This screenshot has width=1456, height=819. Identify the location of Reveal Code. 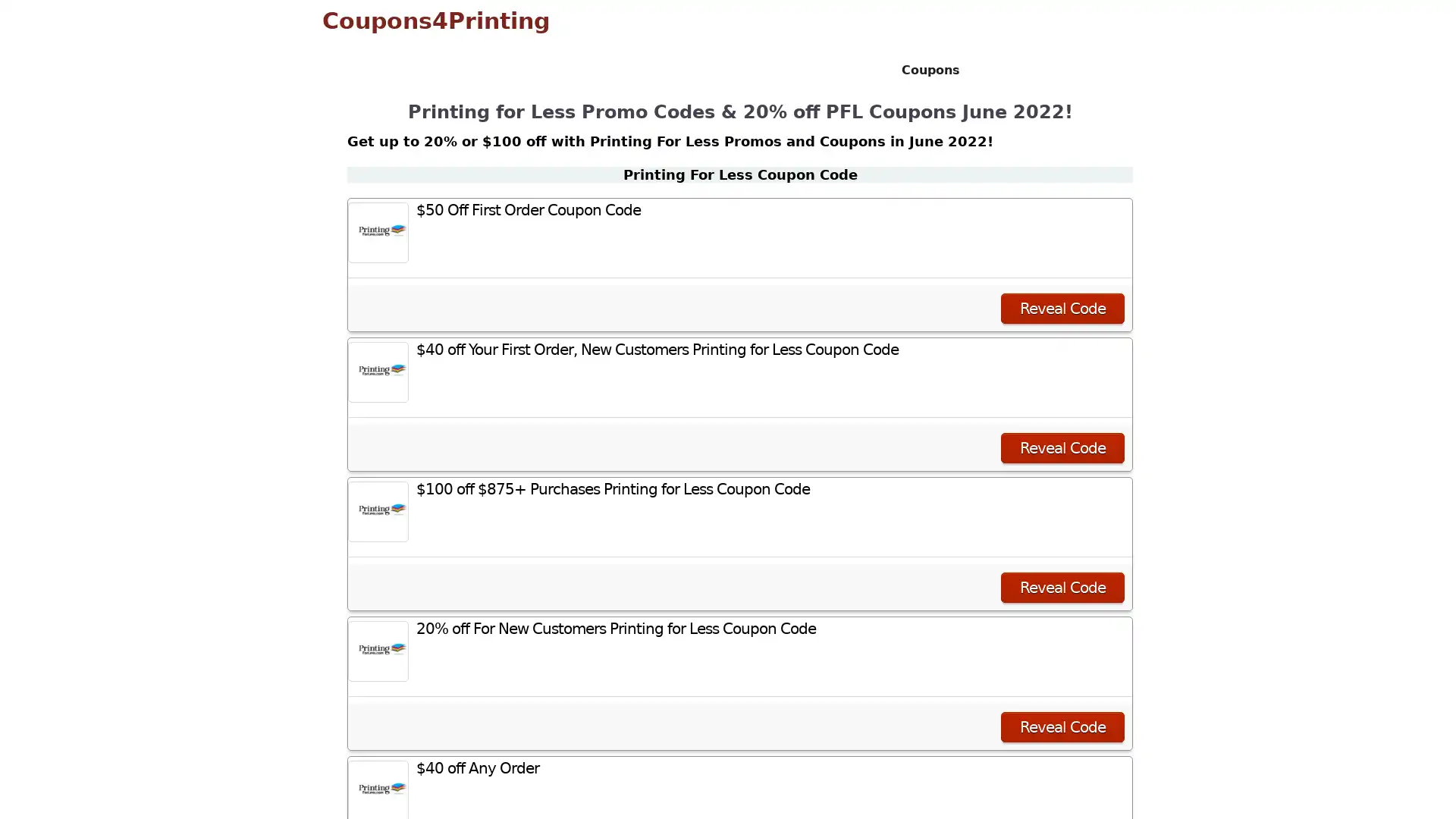
(1062, 726).